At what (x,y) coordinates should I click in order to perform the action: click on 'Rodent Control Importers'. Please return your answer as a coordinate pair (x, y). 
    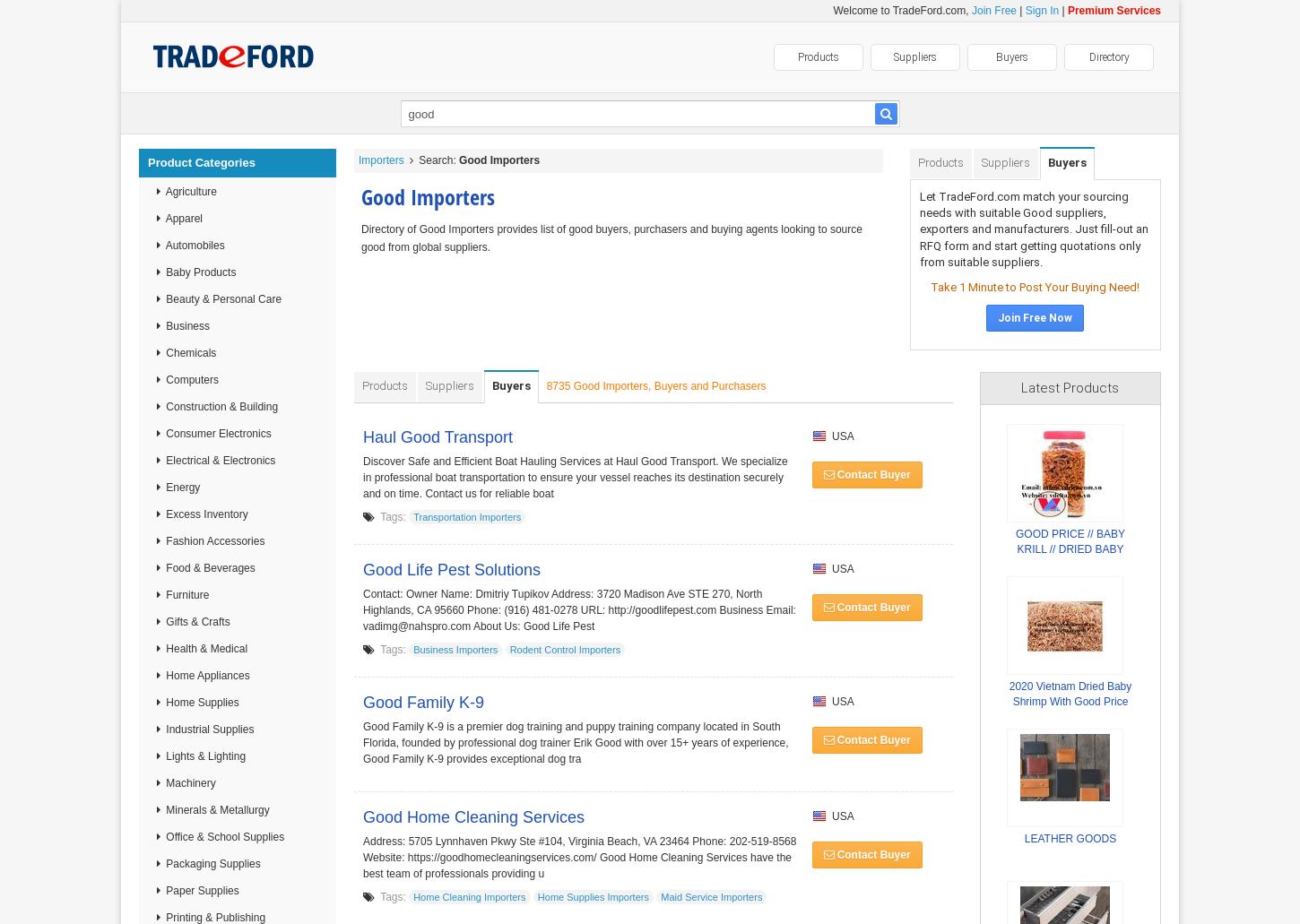
    Looking at the image, I should click on (508, 648).